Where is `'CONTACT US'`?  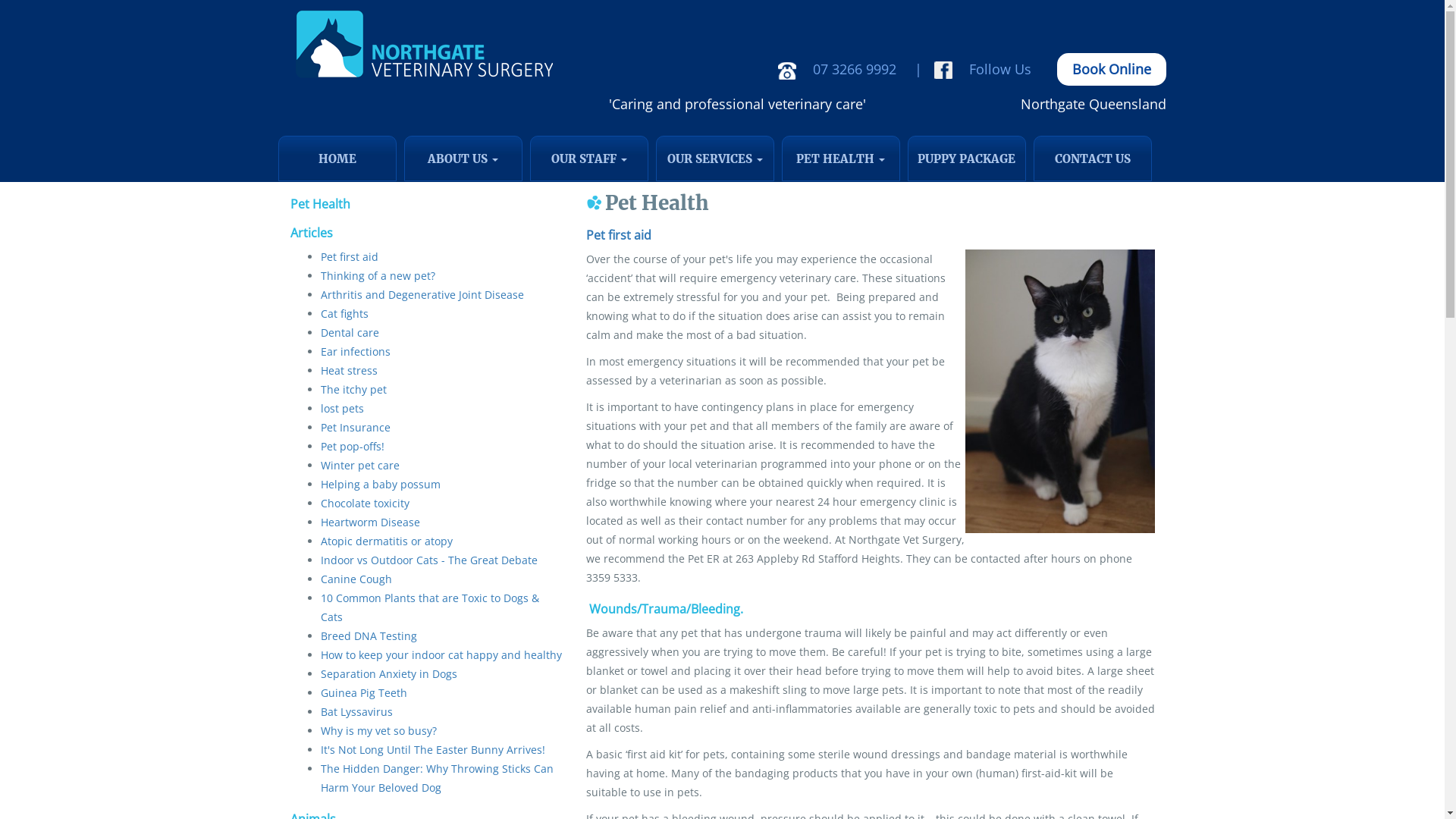
'CONTACT US' is located at coordinates (1092, 158).